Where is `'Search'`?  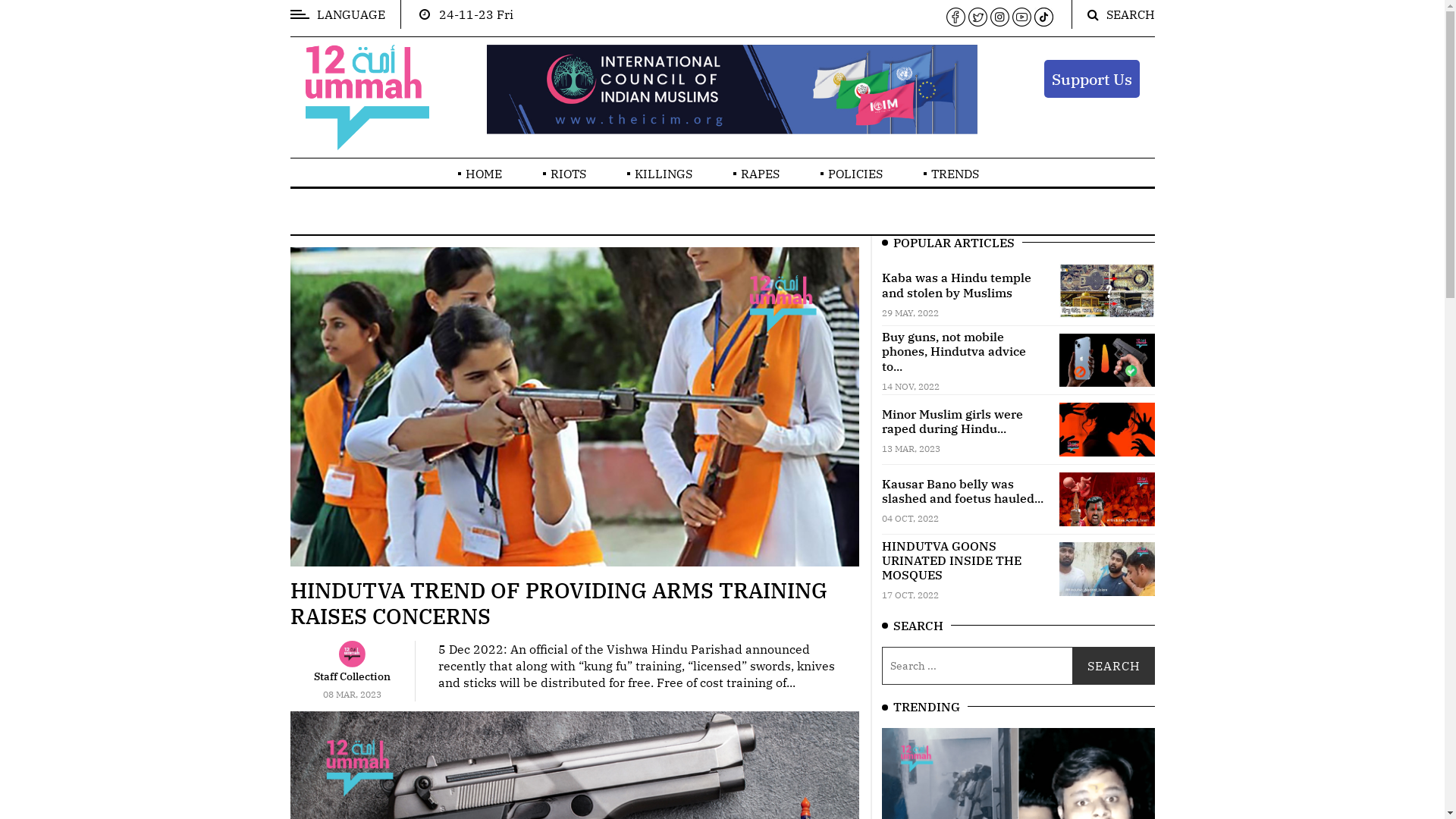
'Search' is located at coordinates (1113, 665).